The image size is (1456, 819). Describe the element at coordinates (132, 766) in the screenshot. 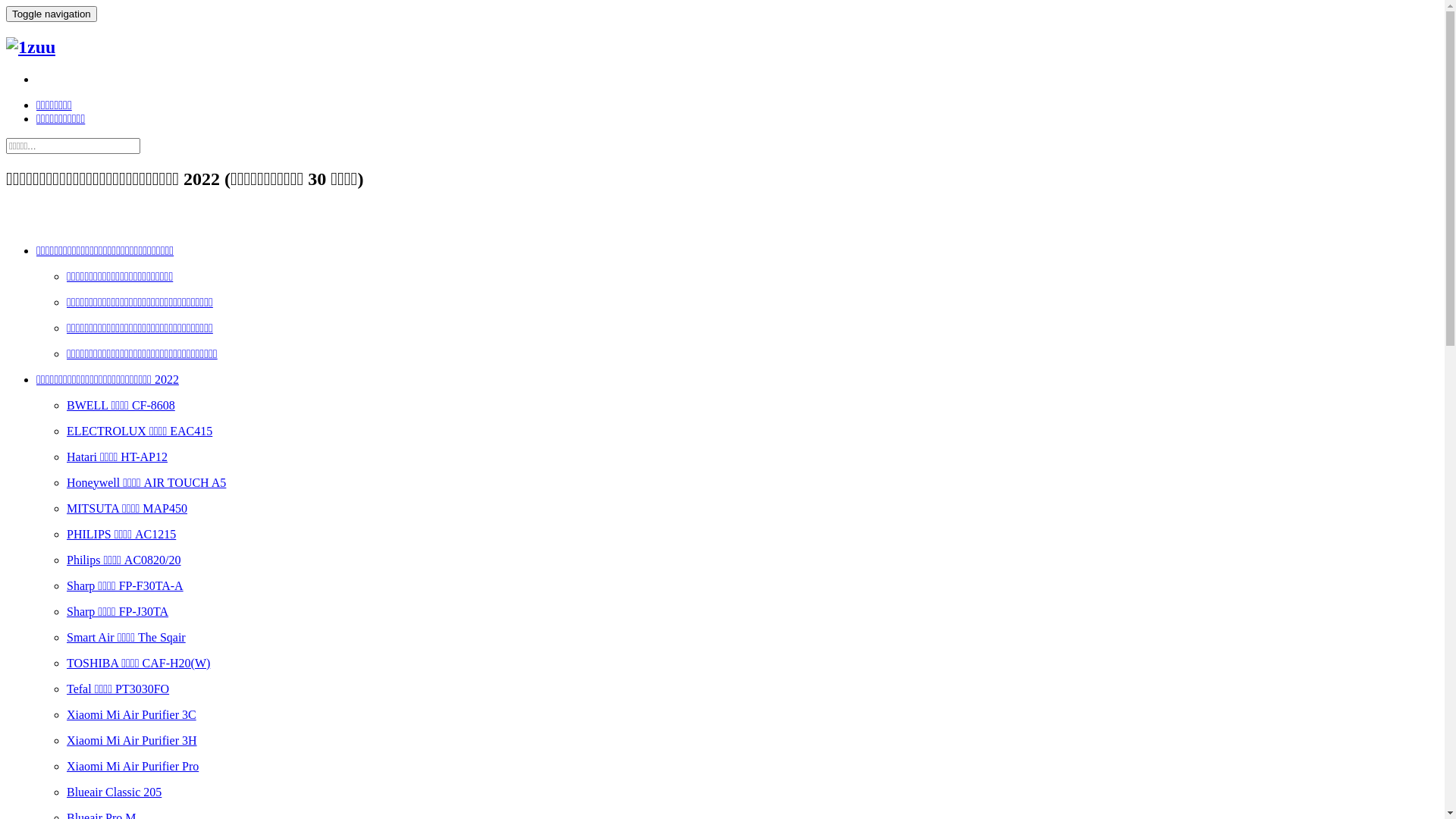

I see `'Xiaomi Mi Air Purifier Pro'` at that location.